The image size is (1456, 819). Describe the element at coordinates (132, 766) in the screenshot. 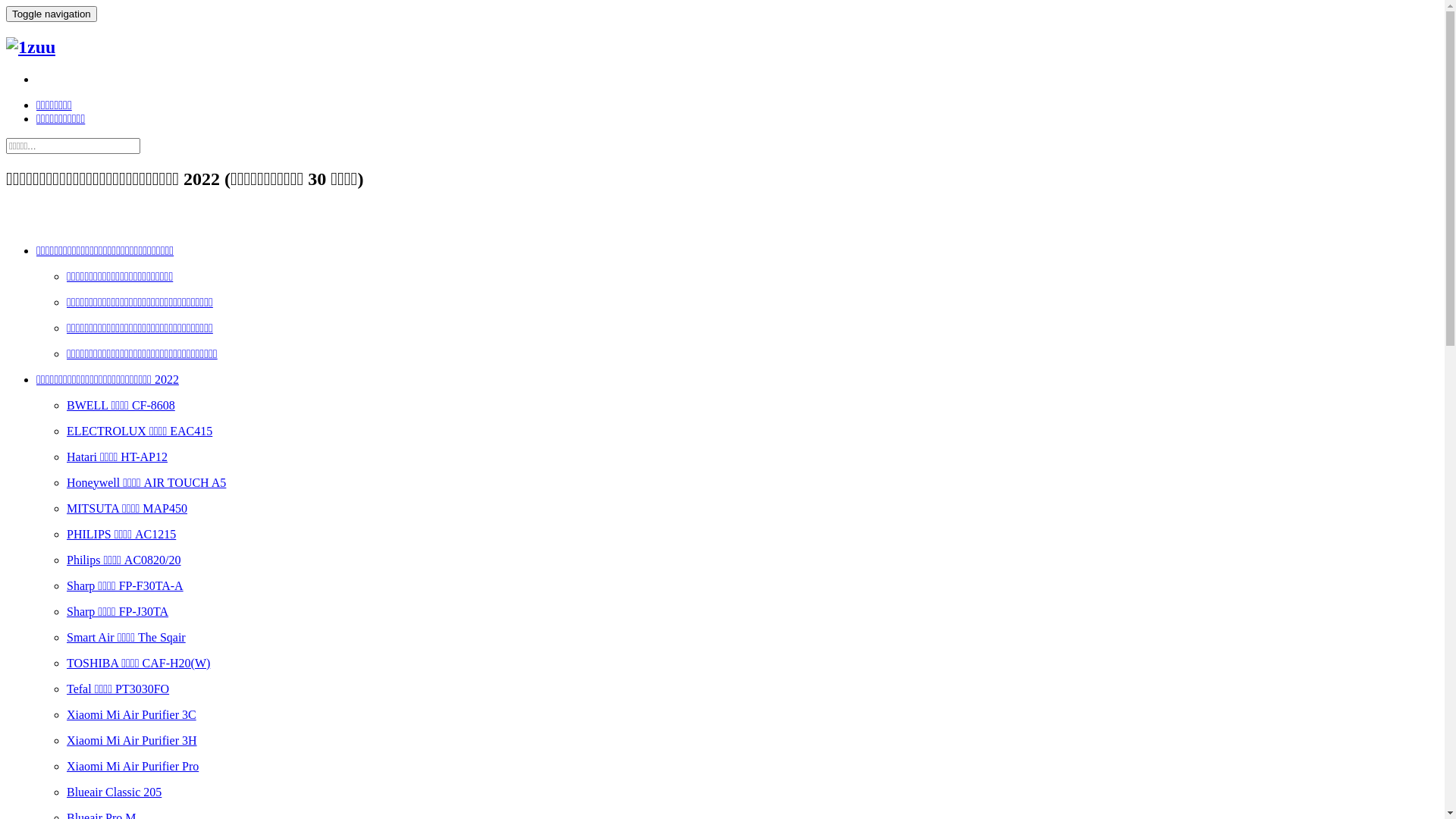

I see `'Xiaomi Mi Air Purifier Pro'` at that location.